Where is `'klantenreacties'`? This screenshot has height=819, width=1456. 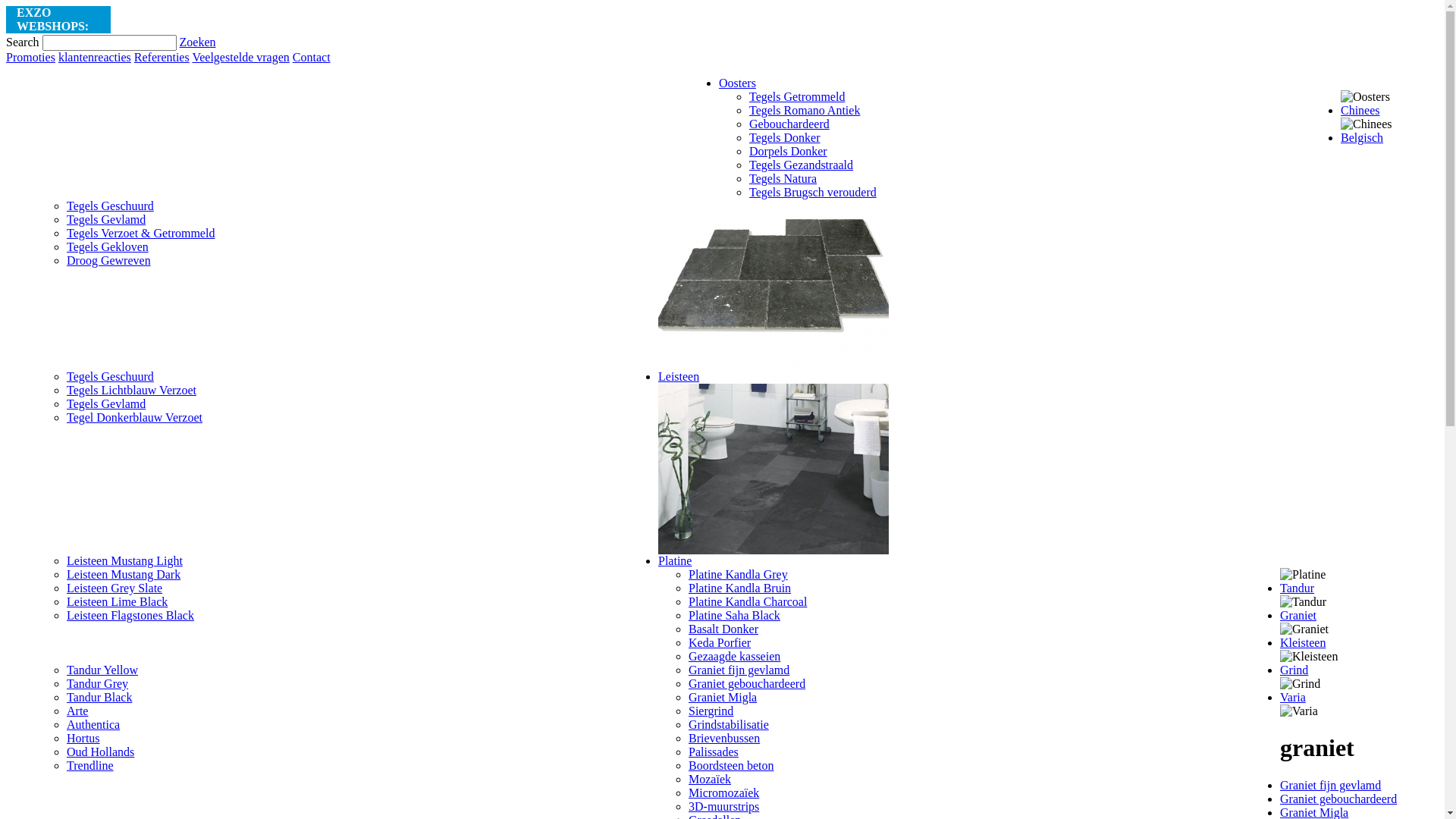
'klantenreacties' is located at coordinates (93, 56).